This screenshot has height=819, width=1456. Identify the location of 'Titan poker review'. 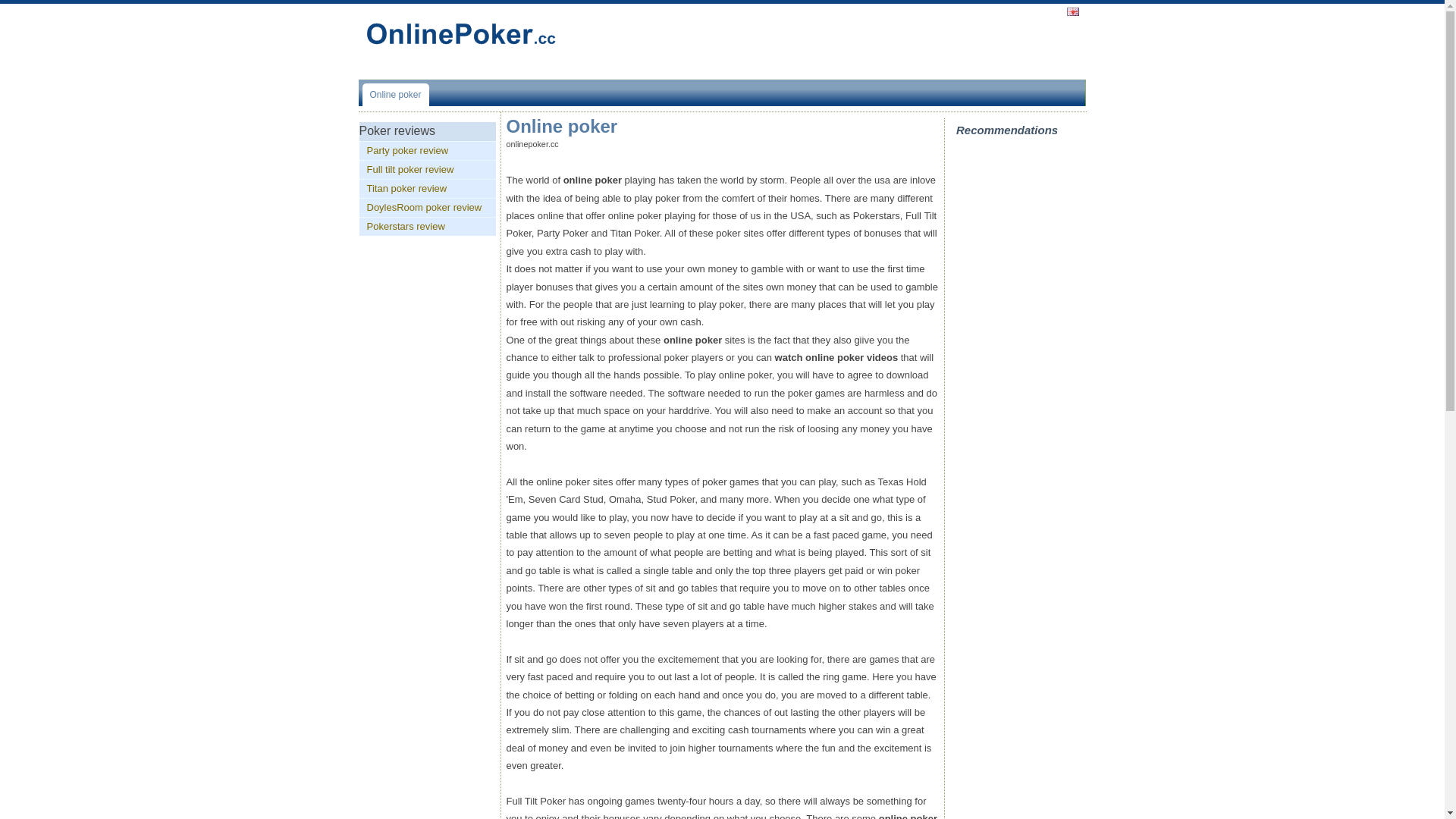
(427, 188).